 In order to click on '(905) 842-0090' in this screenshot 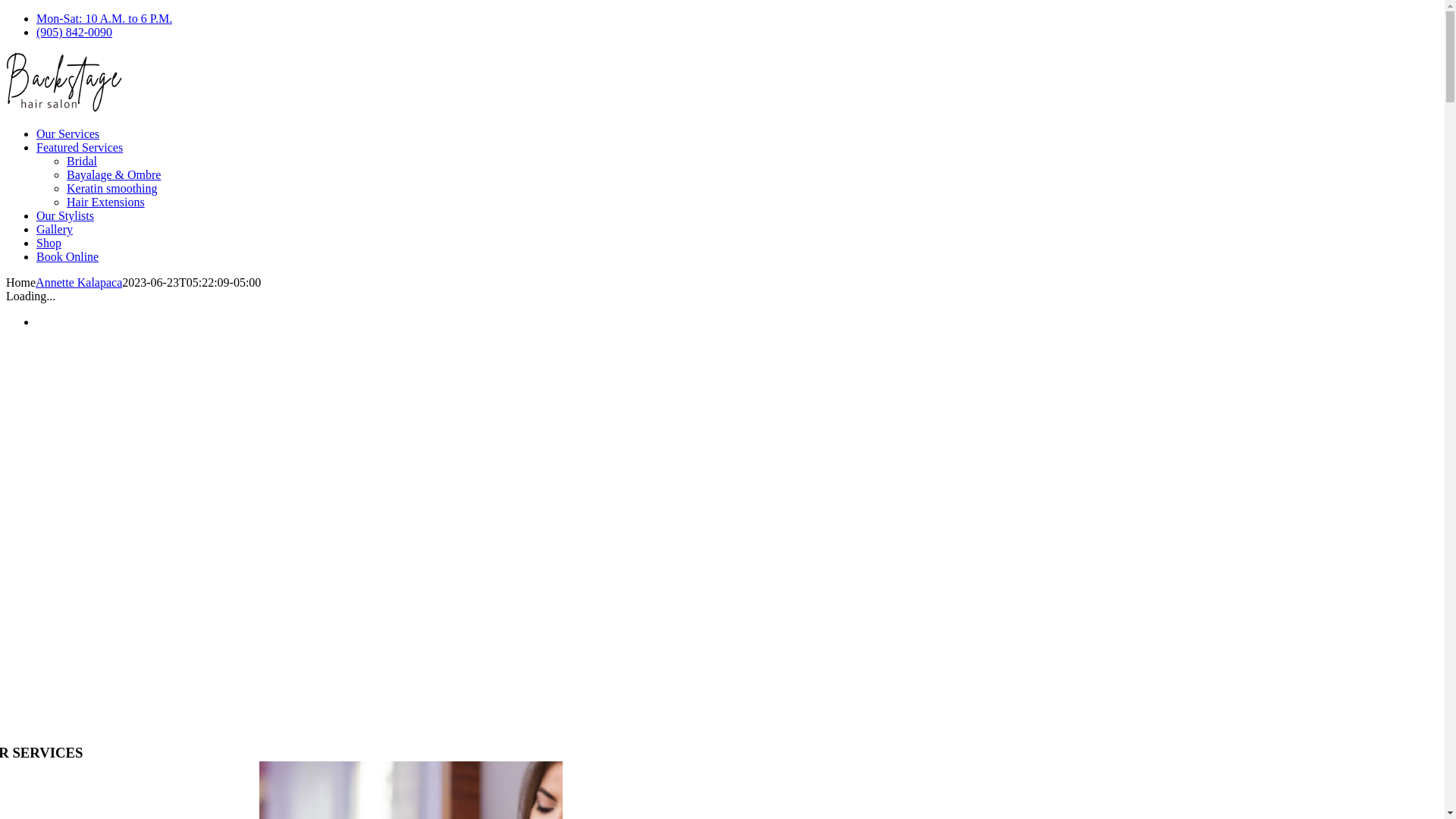, I will do `click(73, 32)`.